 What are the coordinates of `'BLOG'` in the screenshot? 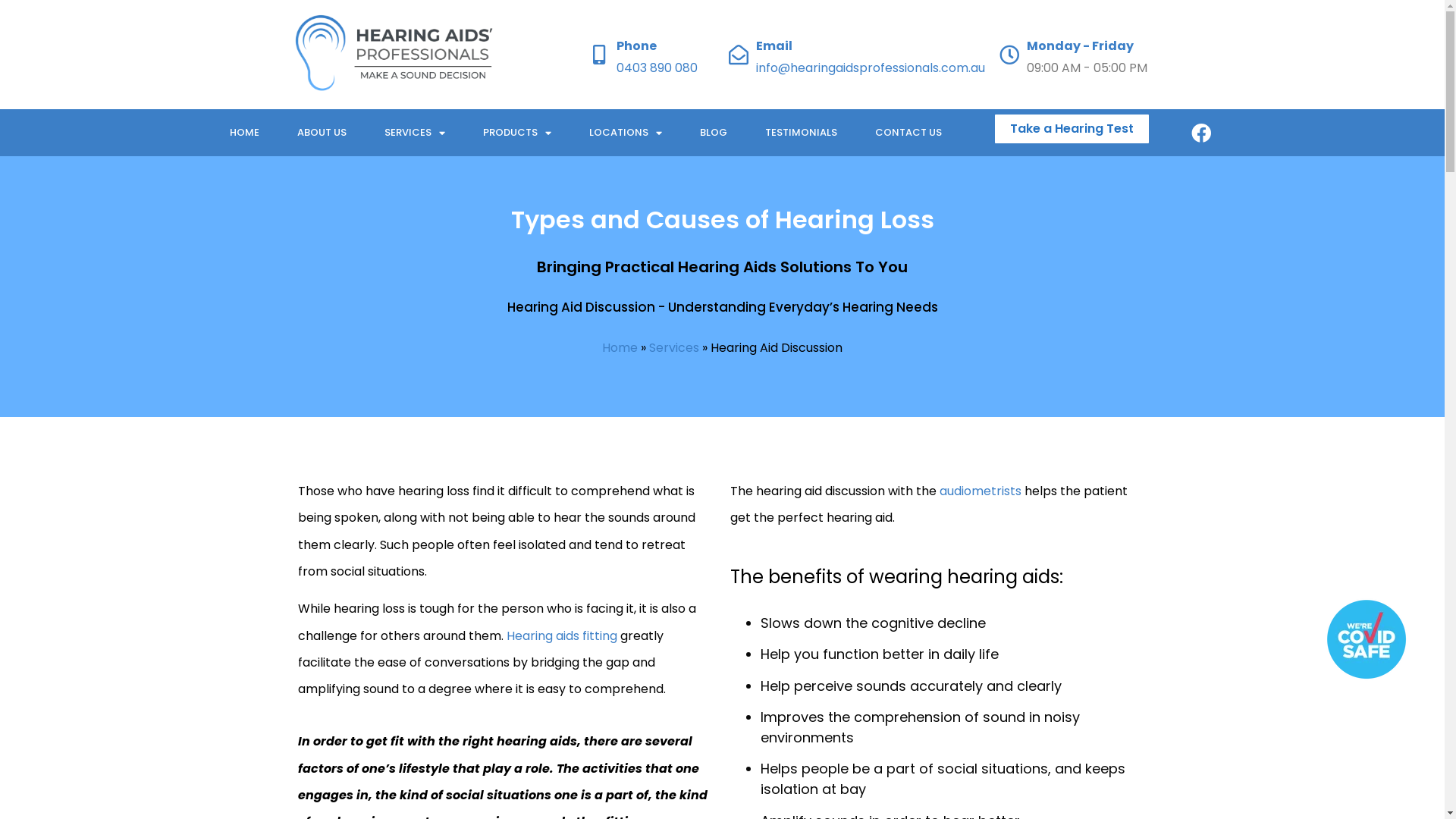 It's located at (712, 131).